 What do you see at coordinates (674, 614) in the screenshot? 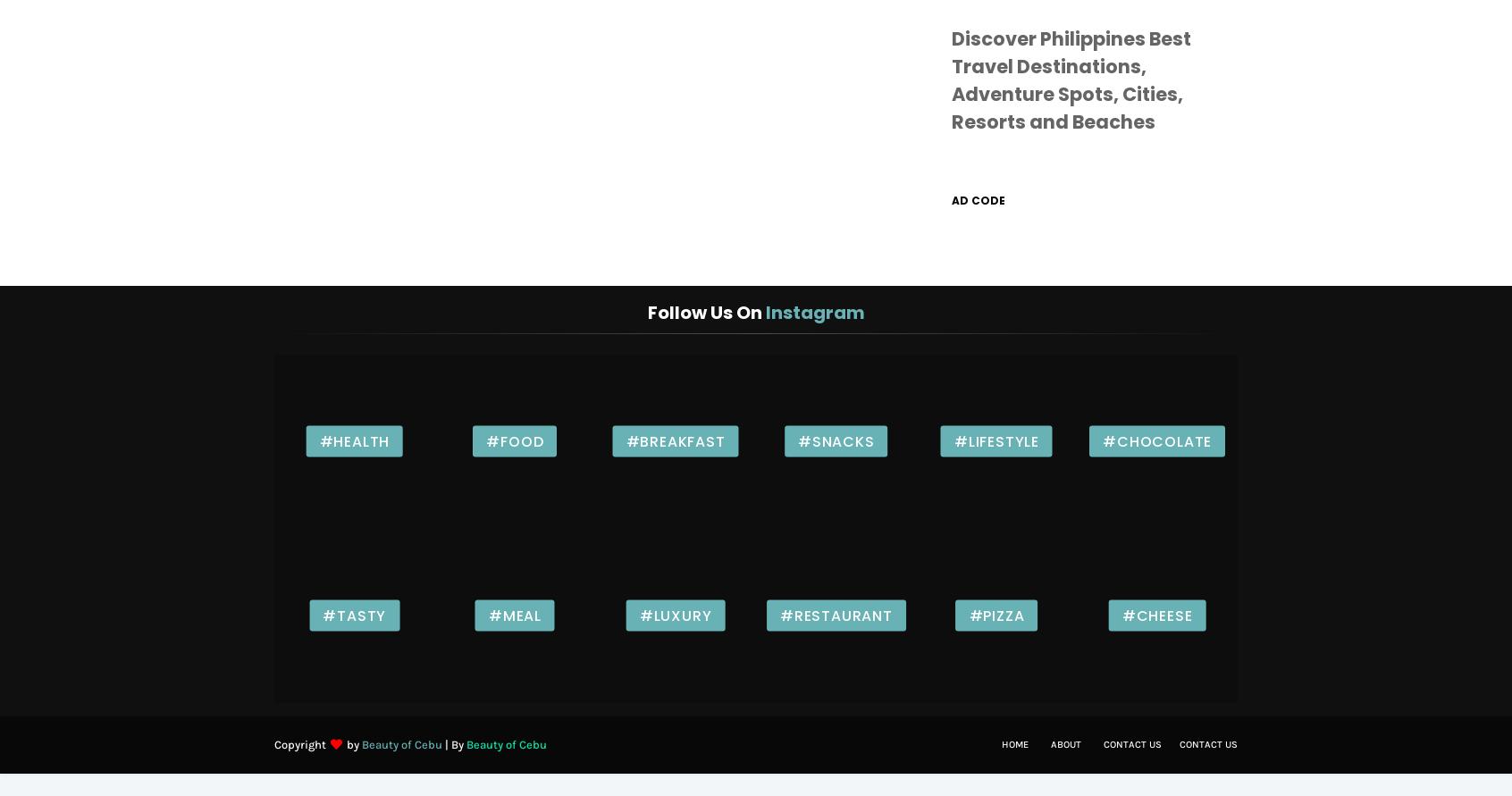
I see `'#Luxury'` at bounding box center [674, 614].